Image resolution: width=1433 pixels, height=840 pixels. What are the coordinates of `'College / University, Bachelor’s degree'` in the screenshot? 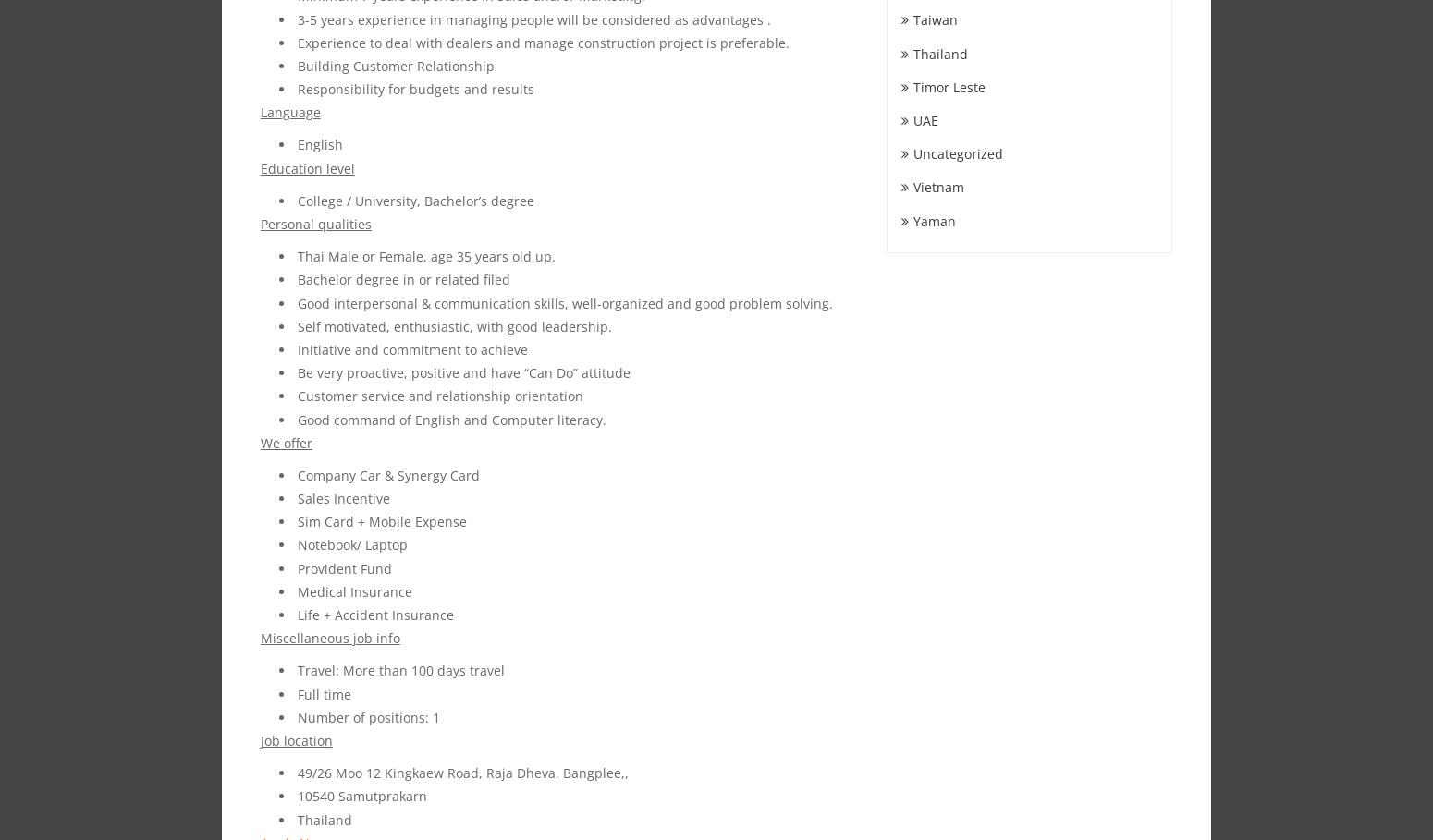 It's located at (296, 199).